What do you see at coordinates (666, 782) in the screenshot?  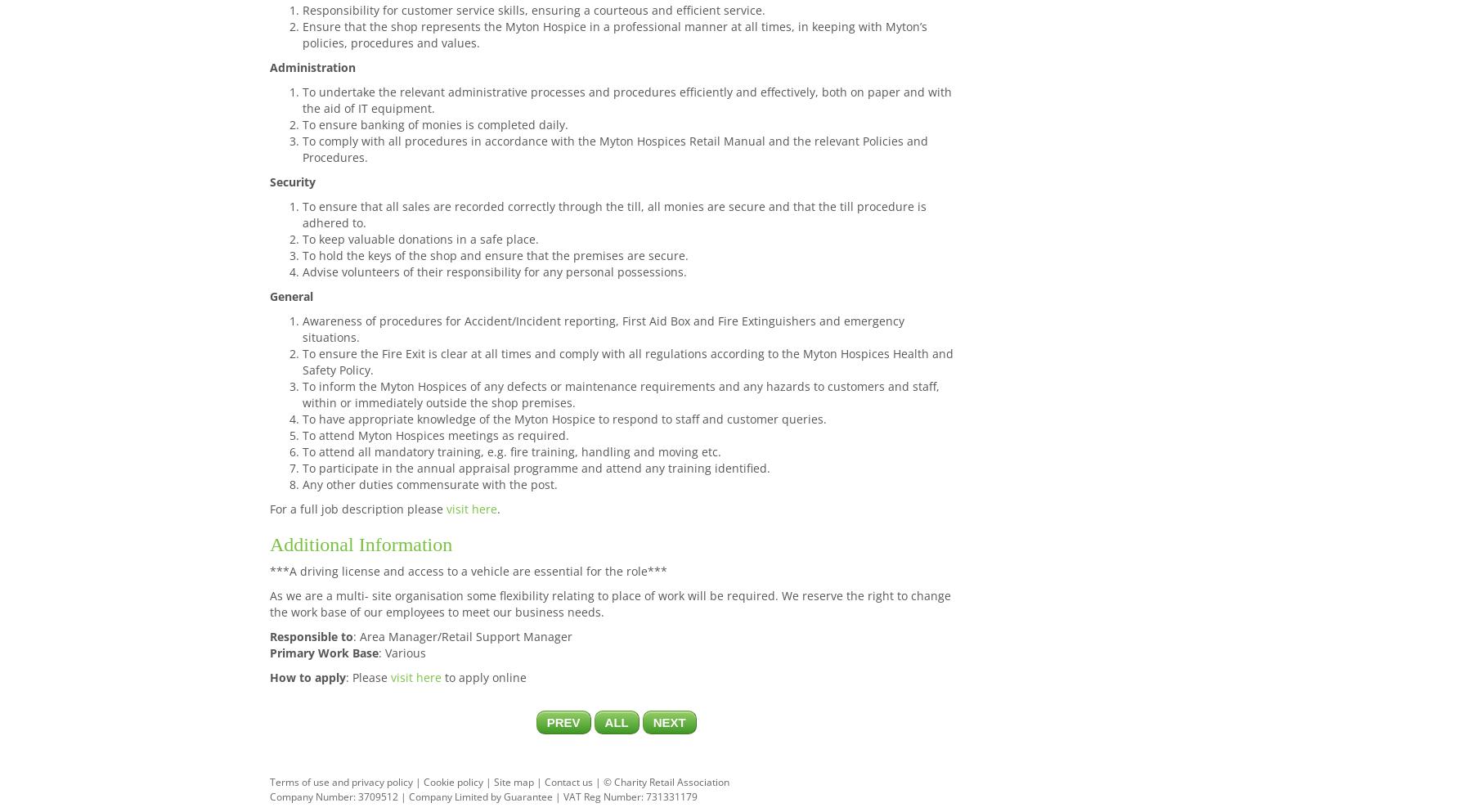 I see `'© Charity Retail Association'` at bounding box center [666, 782].